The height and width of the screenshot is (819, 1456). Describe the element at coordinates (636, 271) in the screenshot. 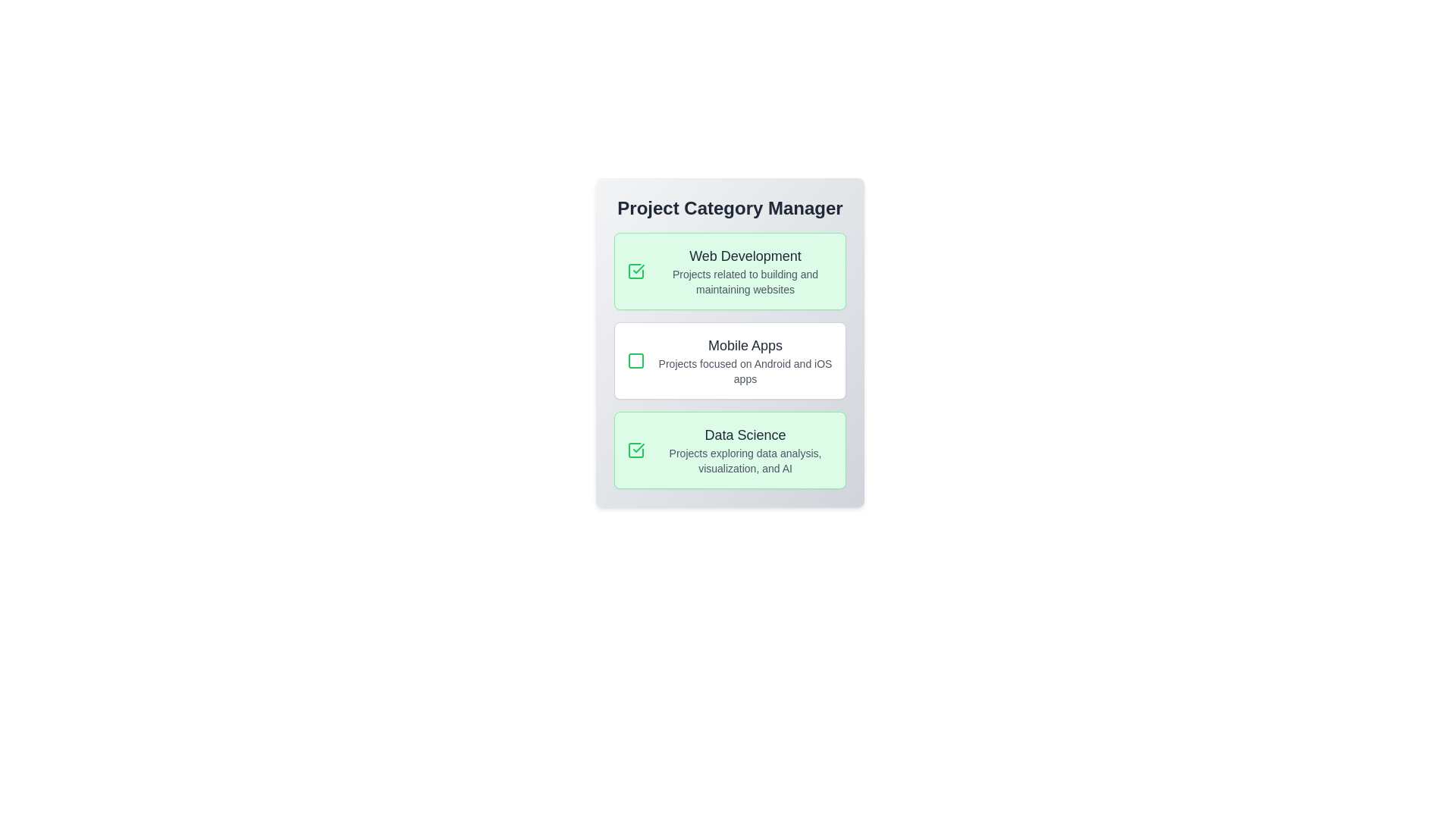

I see `the state of the checkbox indicating the 'Web Development' category in the 'Project Category Manager' panel, located to the left of the text 'Web Development'` at that location.